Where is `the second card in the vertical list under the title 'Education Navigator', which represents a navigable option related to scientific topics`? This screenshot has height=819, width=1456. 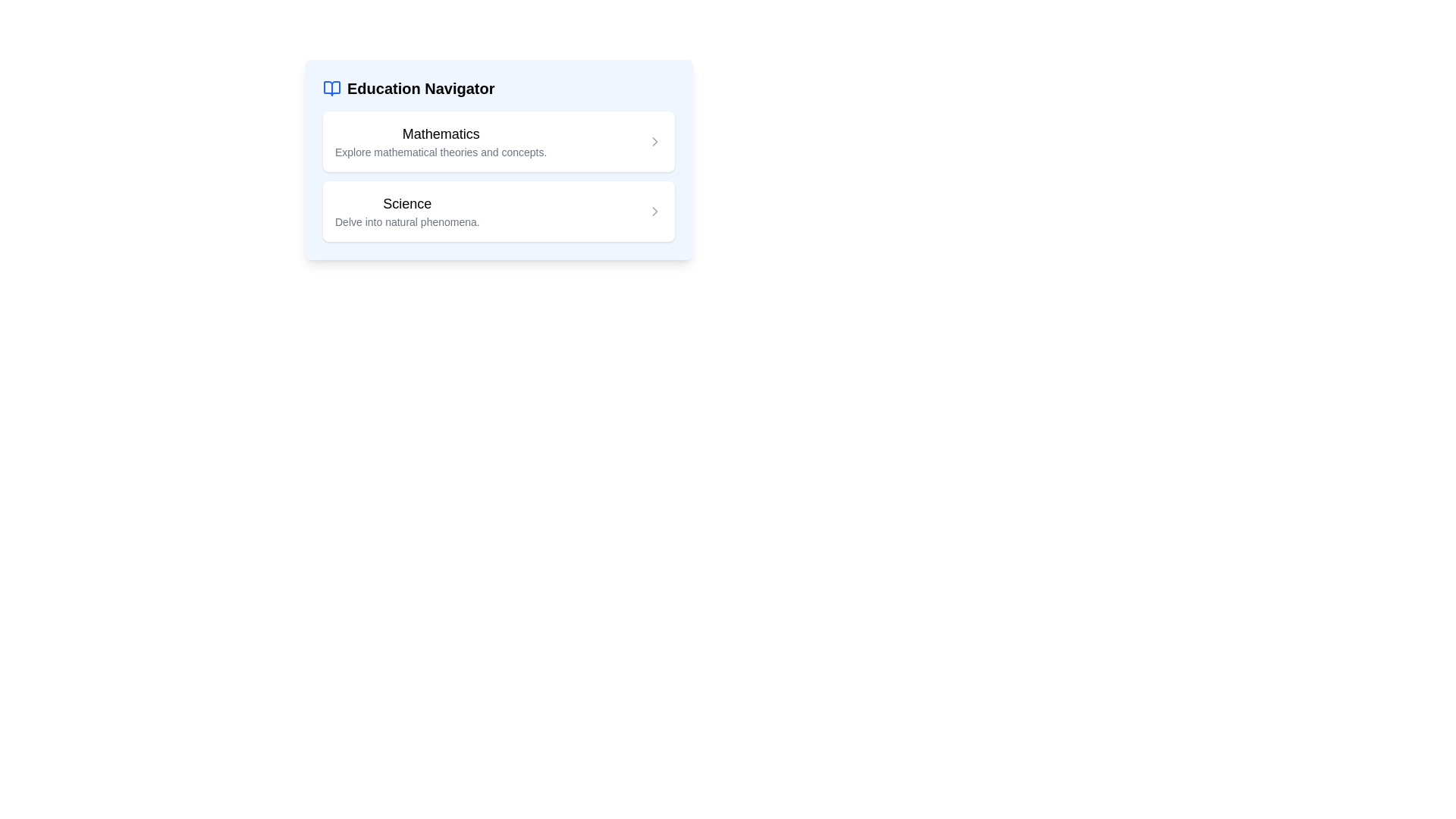
the second card in the vertical list under the title 'Education Navigator', which represents a navigable option related to scientific topics is located at coordinates (498, 211).